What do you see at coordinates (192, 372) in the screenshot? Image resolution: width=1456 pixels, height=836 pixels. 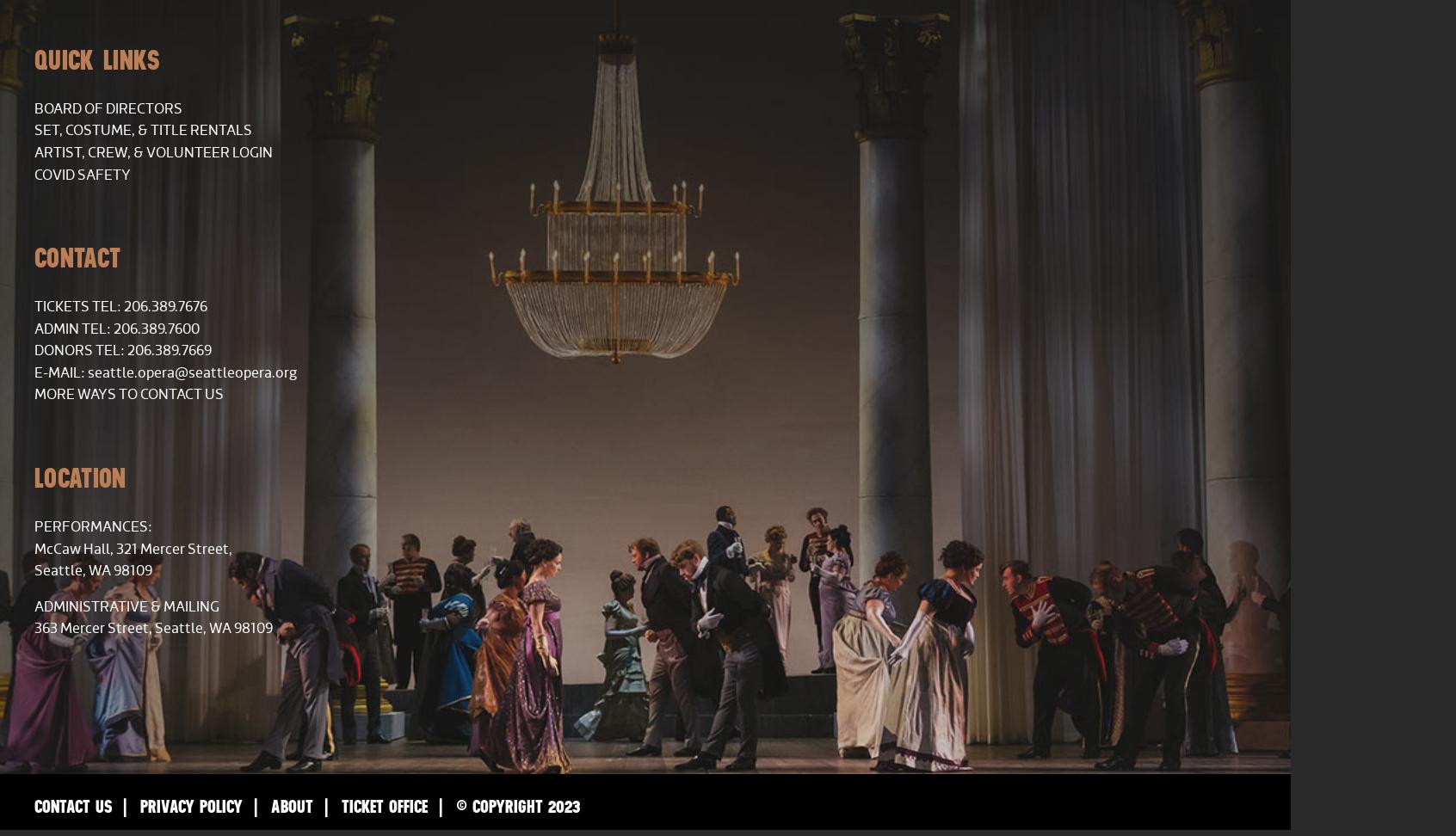 I see `'seattle.opera@seattleopera.org'` at bounding box center [192, 372].